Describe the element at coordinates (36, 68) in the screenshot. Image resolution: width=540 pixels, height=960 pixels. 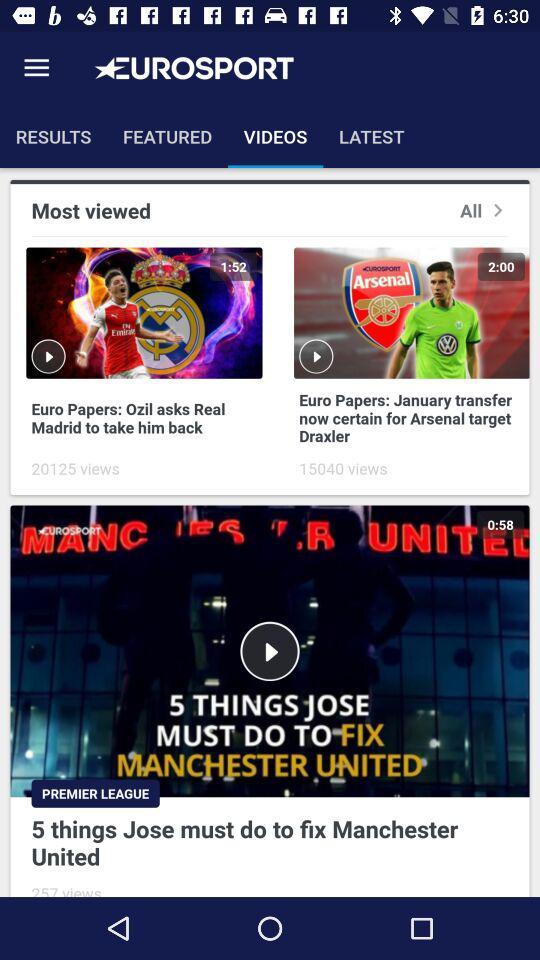
I see `item above results` at that location.